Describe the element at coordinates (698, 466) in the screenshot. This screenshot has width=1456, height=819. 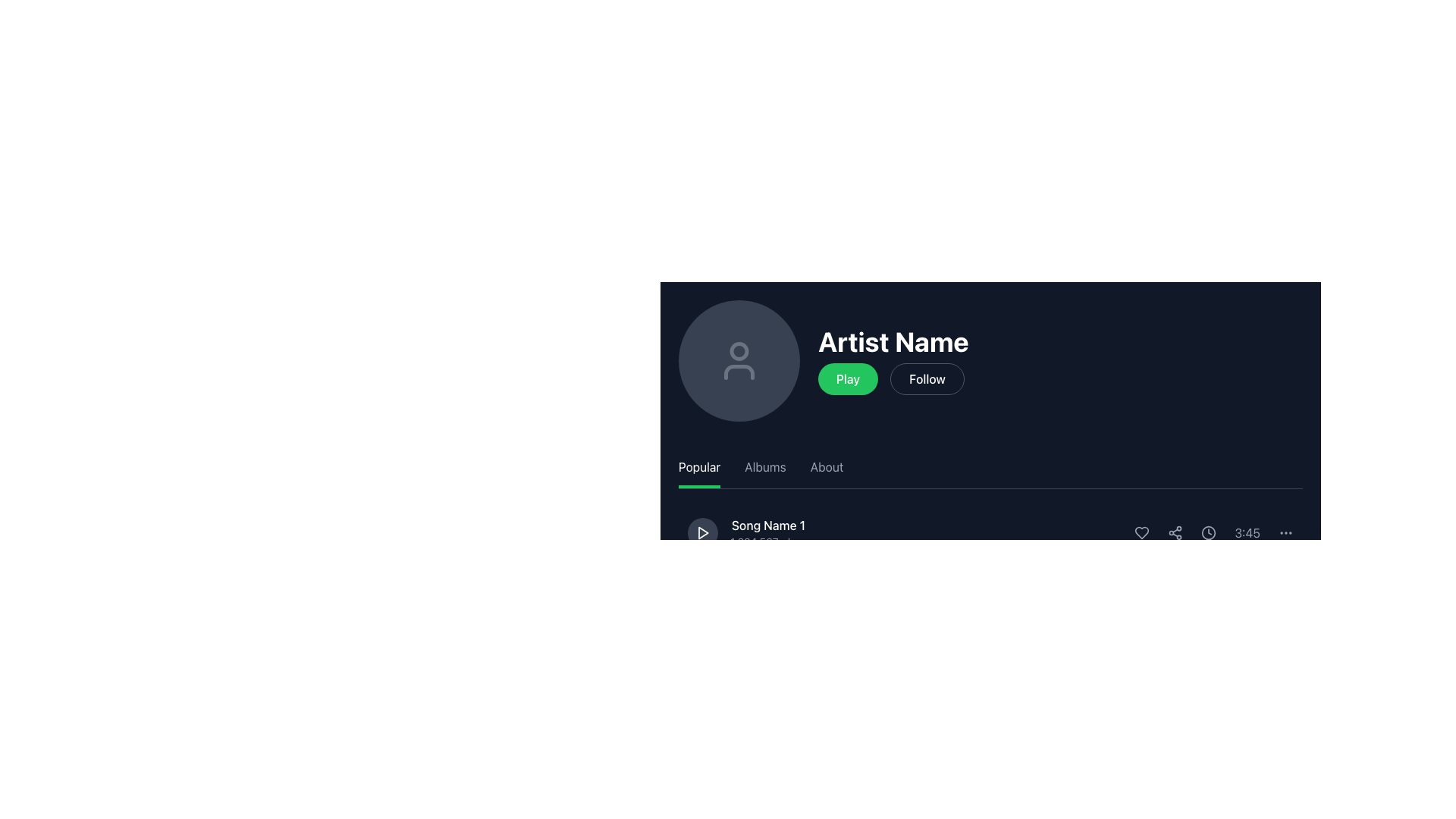
I see `the leftmost navigation link labeled 'Popular' in the horizontal navigation bar` at that location.